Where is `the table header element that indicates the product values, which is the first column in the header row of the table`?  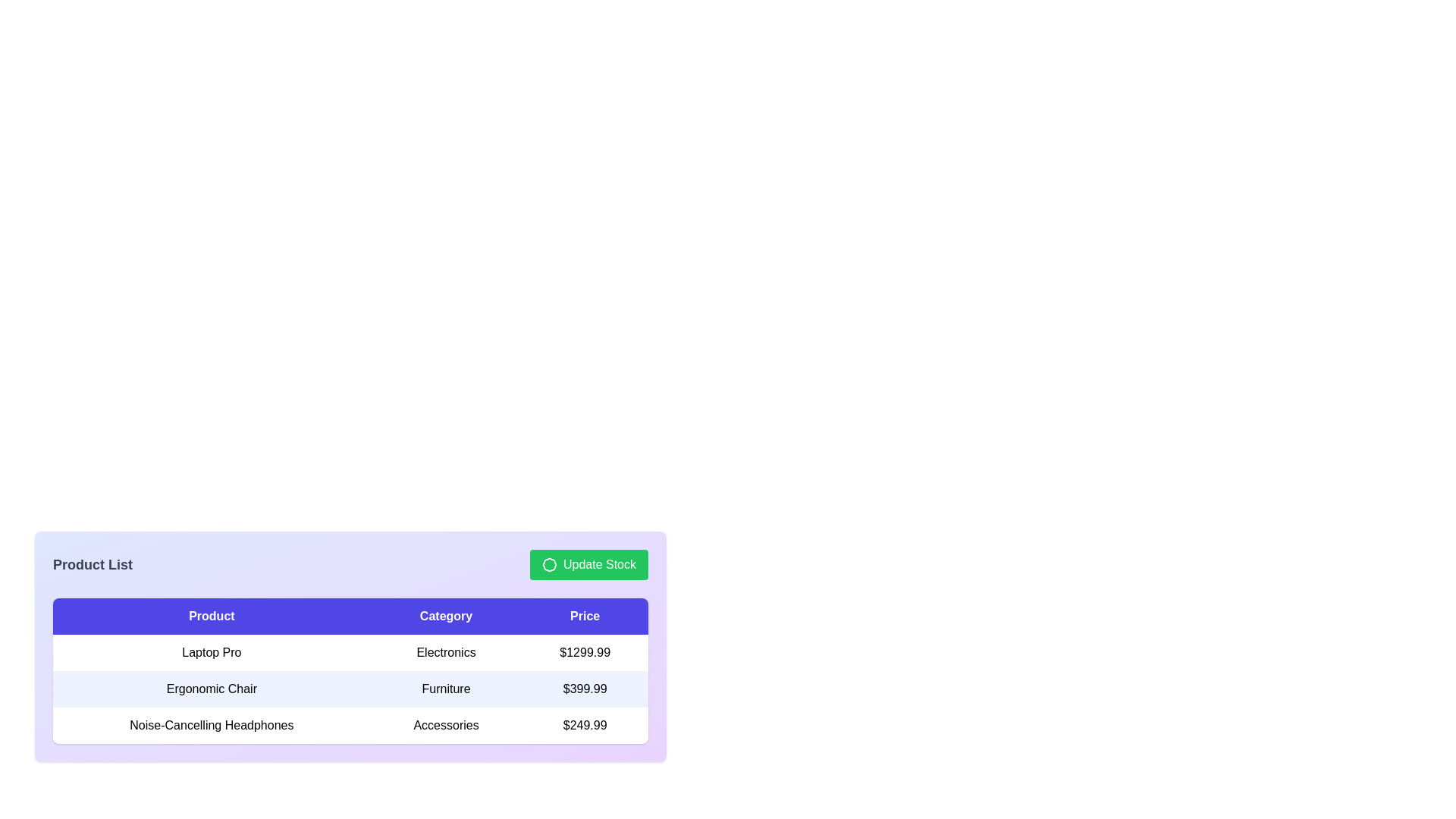 the table header element that indicates the product values, which is the first column in the header row of the table is located at coordinates (211, 617).